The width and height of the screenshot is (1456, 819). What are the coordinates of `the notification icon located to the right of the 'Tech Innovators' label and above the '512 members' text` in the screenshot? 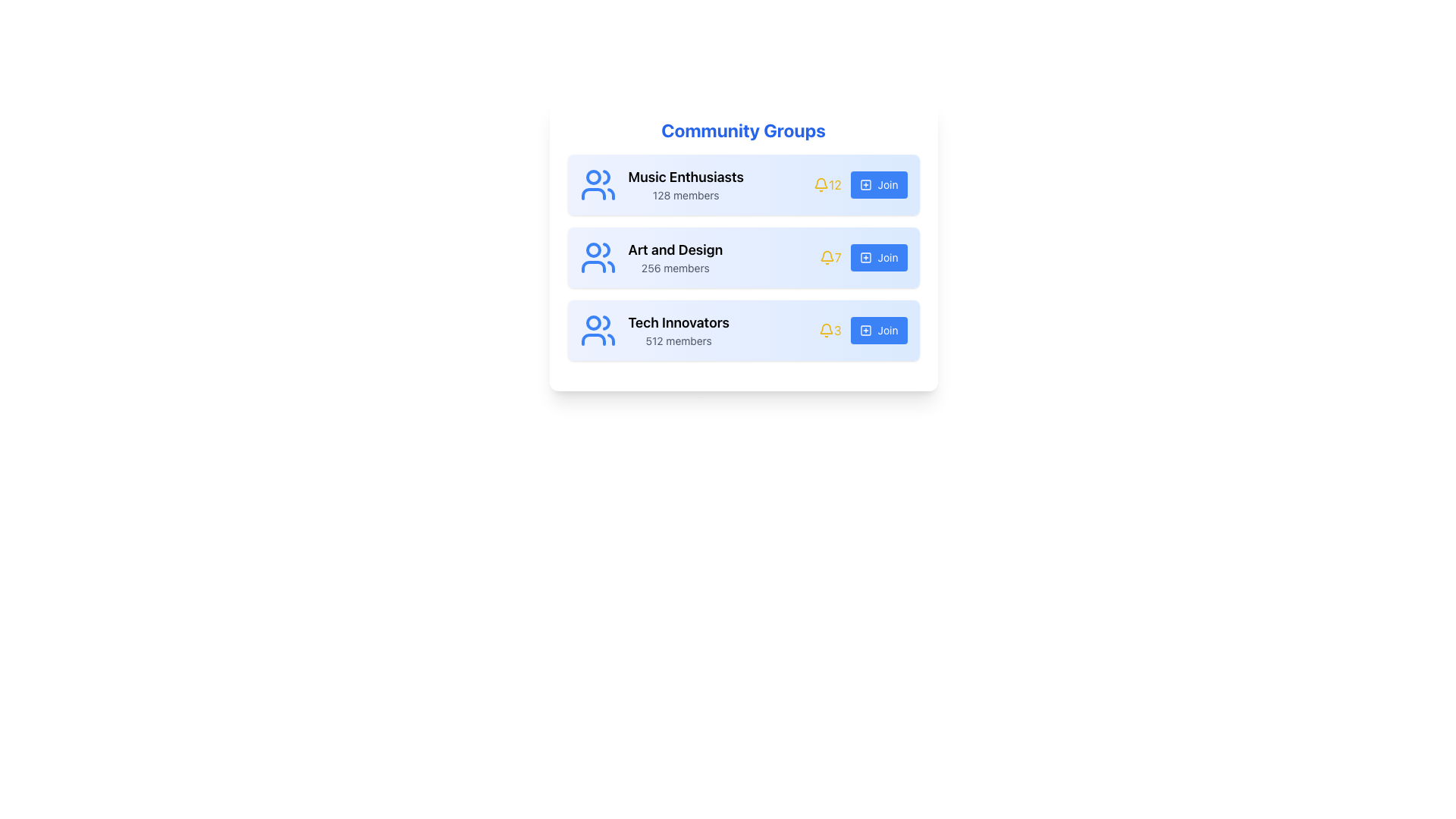 It's located at (825, 329).